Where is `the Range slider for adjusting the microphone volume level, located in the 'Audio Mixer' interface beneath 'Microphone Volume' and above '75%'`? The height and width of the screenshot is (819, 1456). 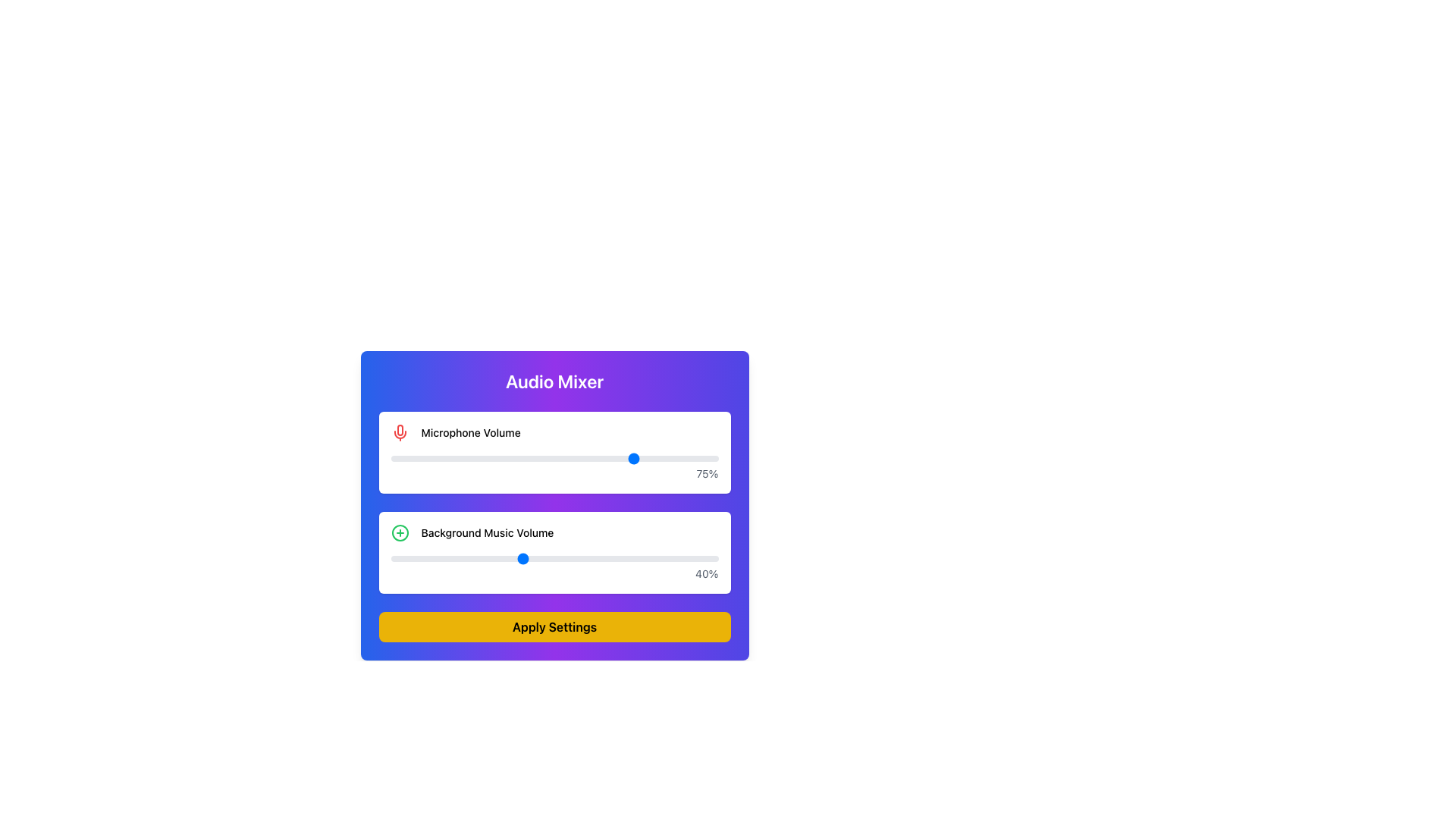
the Range slider for adjusting the microphone volume level, located in the 'Audio Mixer' interface beneath 'Microphone Volume' and above '75%' is located at coordinates (554, 458).